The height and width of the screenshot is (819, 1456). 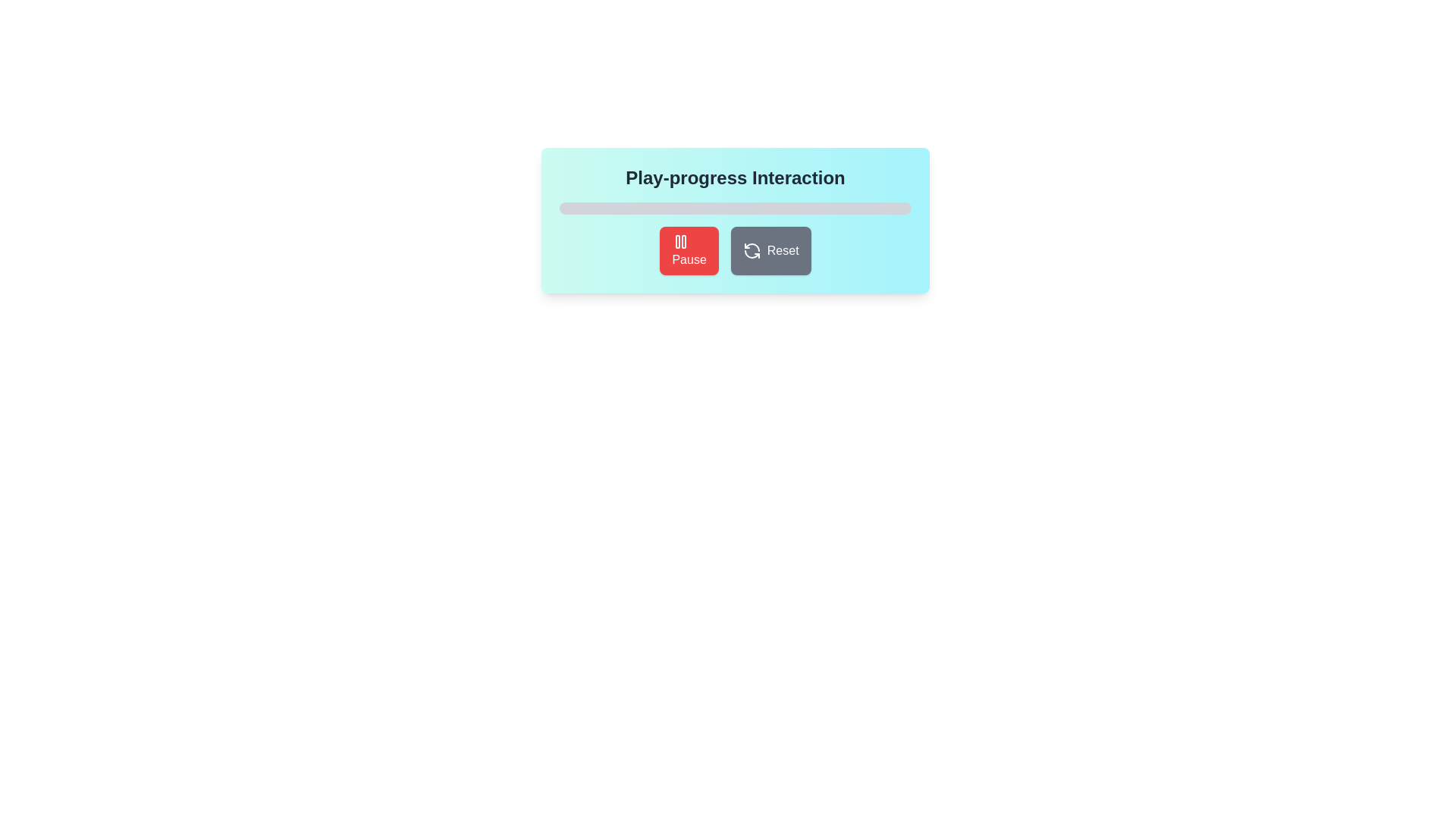 I want to click on the 'Reset' button, which is rectangular with a dark gray background and white text, located to the right of the 'Pause' button, so click(x=770, y=250).